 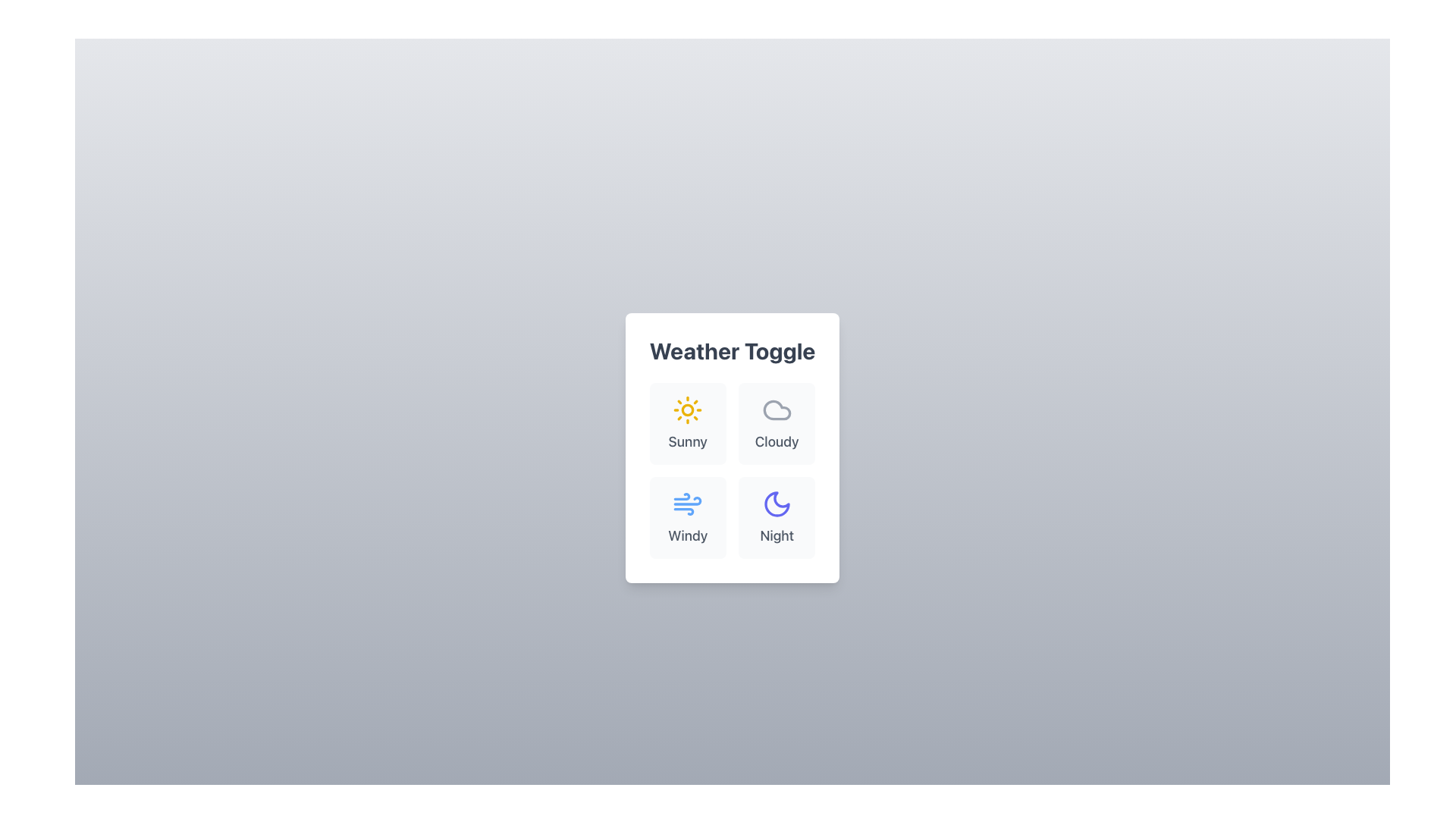 What do you see at coordinates (732, 350) in the screenshot?
I see `text from the 'Weather Toggle' label, which is styled in bold and large font, located at the top center of the card-like section` at bounding box center [732, 350].